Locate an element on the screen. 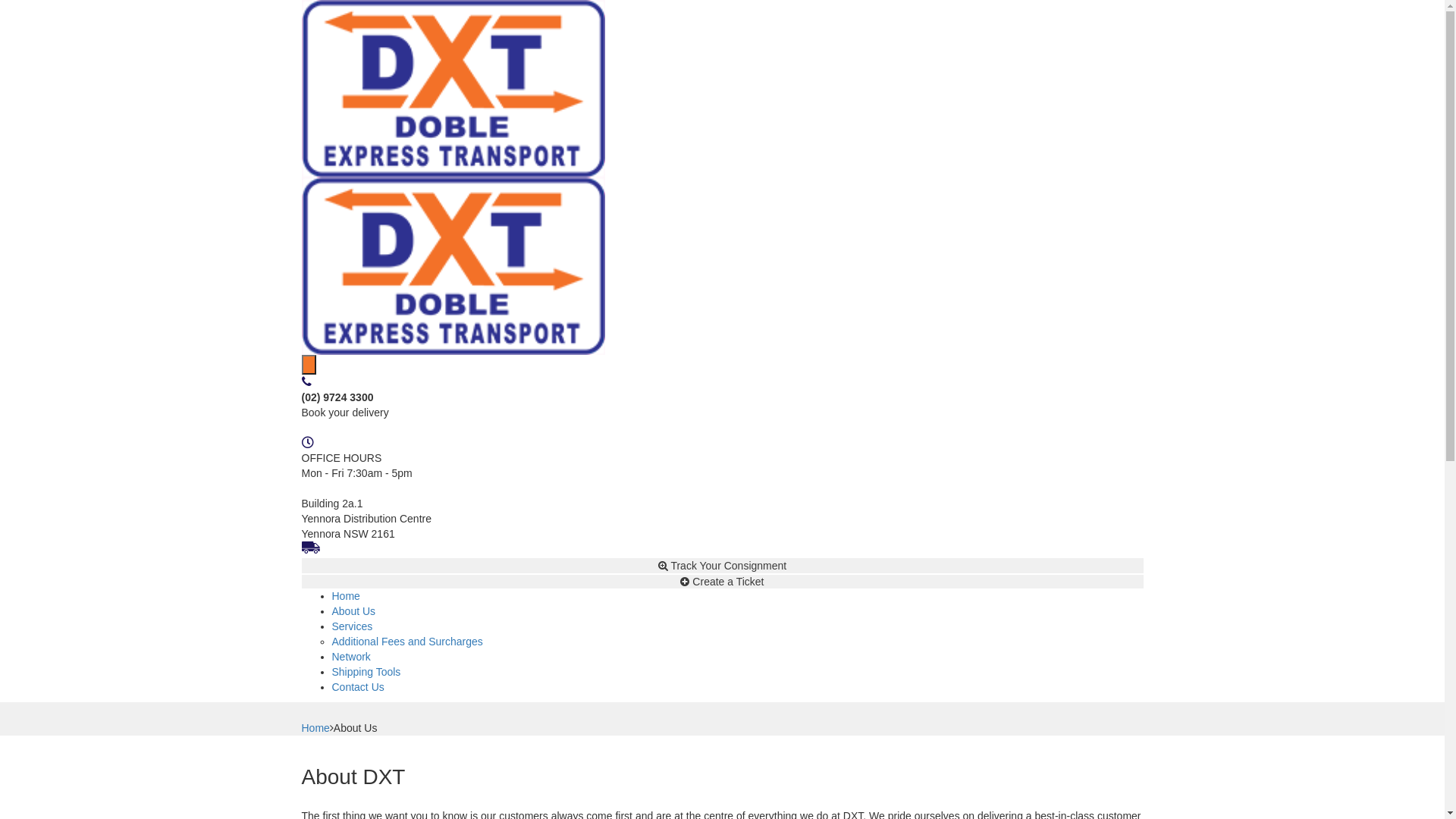 This screenshot has height=819, width=1456. 'Create a Ticket' is located at coordinates (722, 581).